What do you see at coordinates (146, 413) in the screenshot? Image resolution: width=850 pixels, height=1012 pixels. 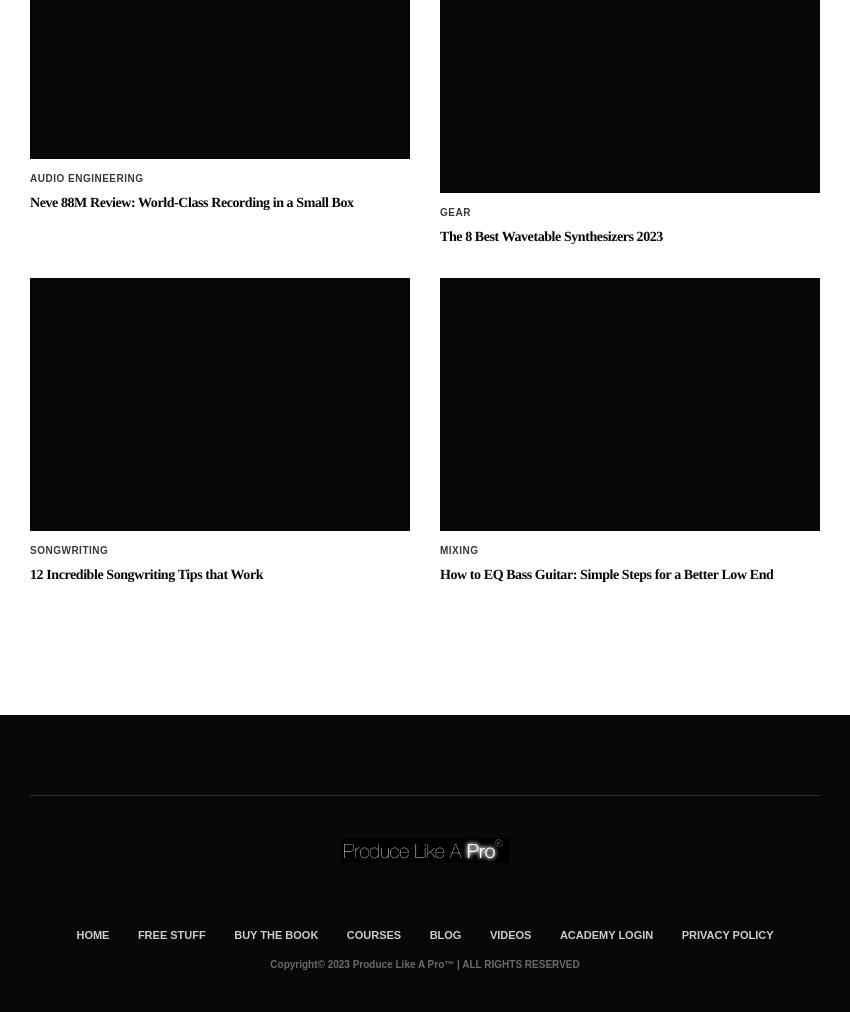 I see `'12 Incredible Songwriting Tips that Work'` at bounding box center [146, 413].